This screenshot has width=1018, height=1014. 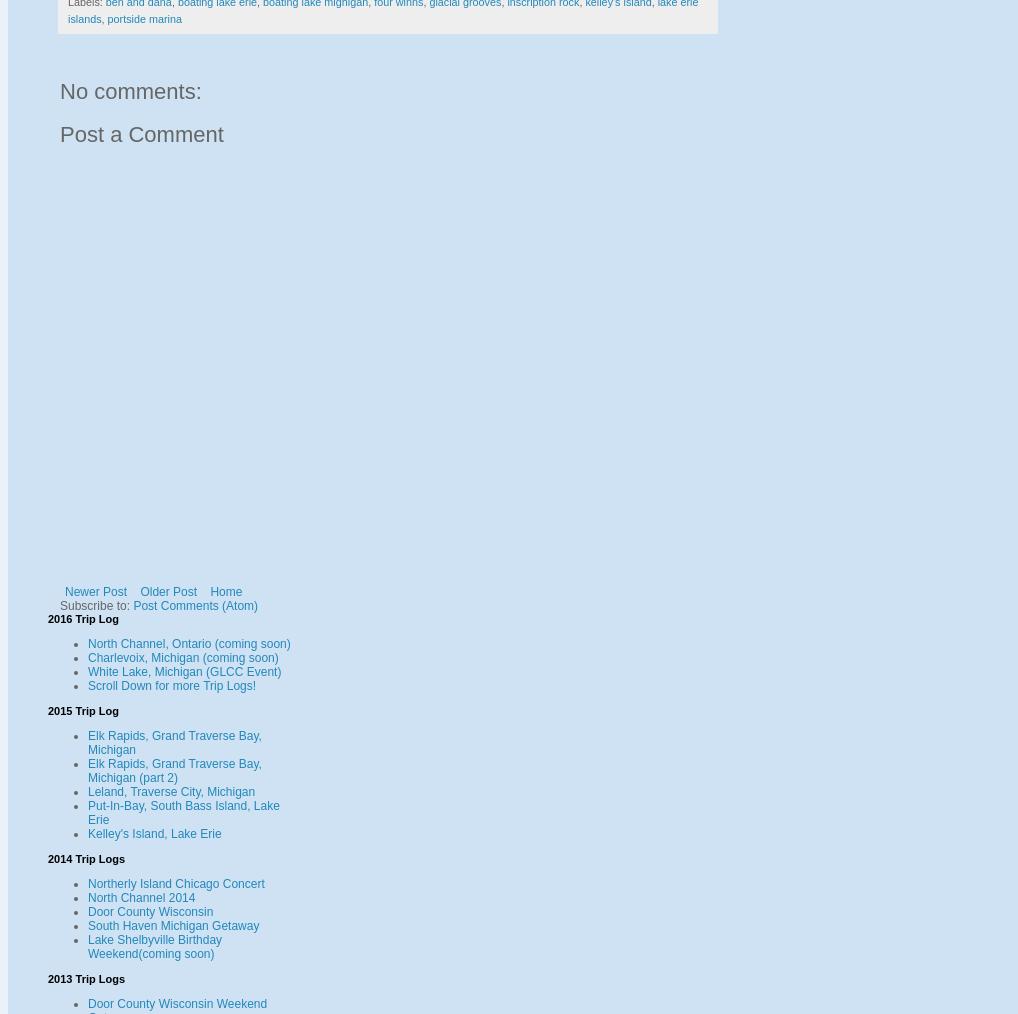 I want to click on '2015 Trip Log', so click(x=82, y=709).